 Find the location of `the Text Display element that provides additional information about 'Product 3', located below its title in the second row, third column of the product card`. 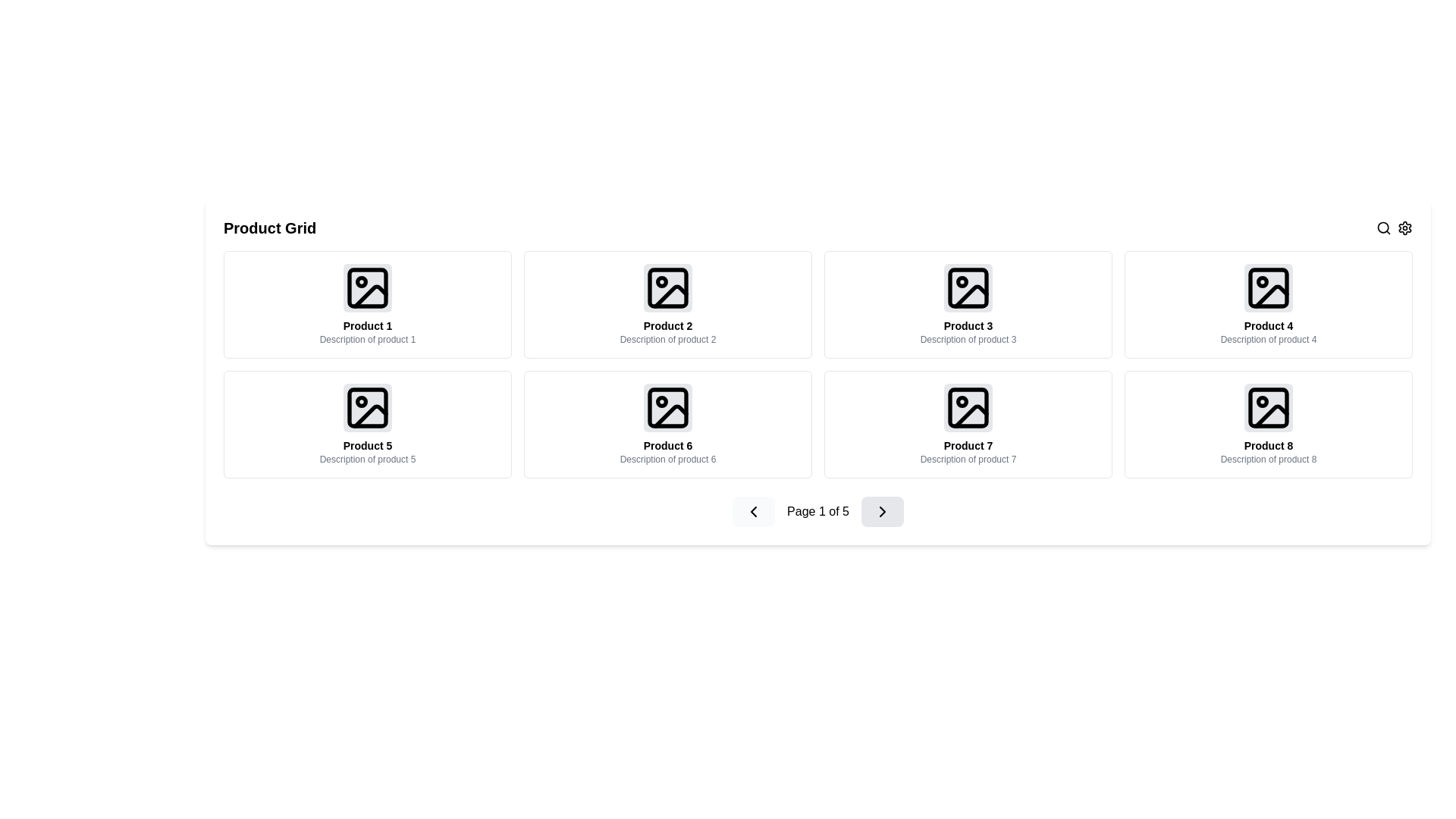

the Text Display element that provides additional information about 'Product 3', located below its title in the second row, third column of the product card is located at coordinates (967, 338).